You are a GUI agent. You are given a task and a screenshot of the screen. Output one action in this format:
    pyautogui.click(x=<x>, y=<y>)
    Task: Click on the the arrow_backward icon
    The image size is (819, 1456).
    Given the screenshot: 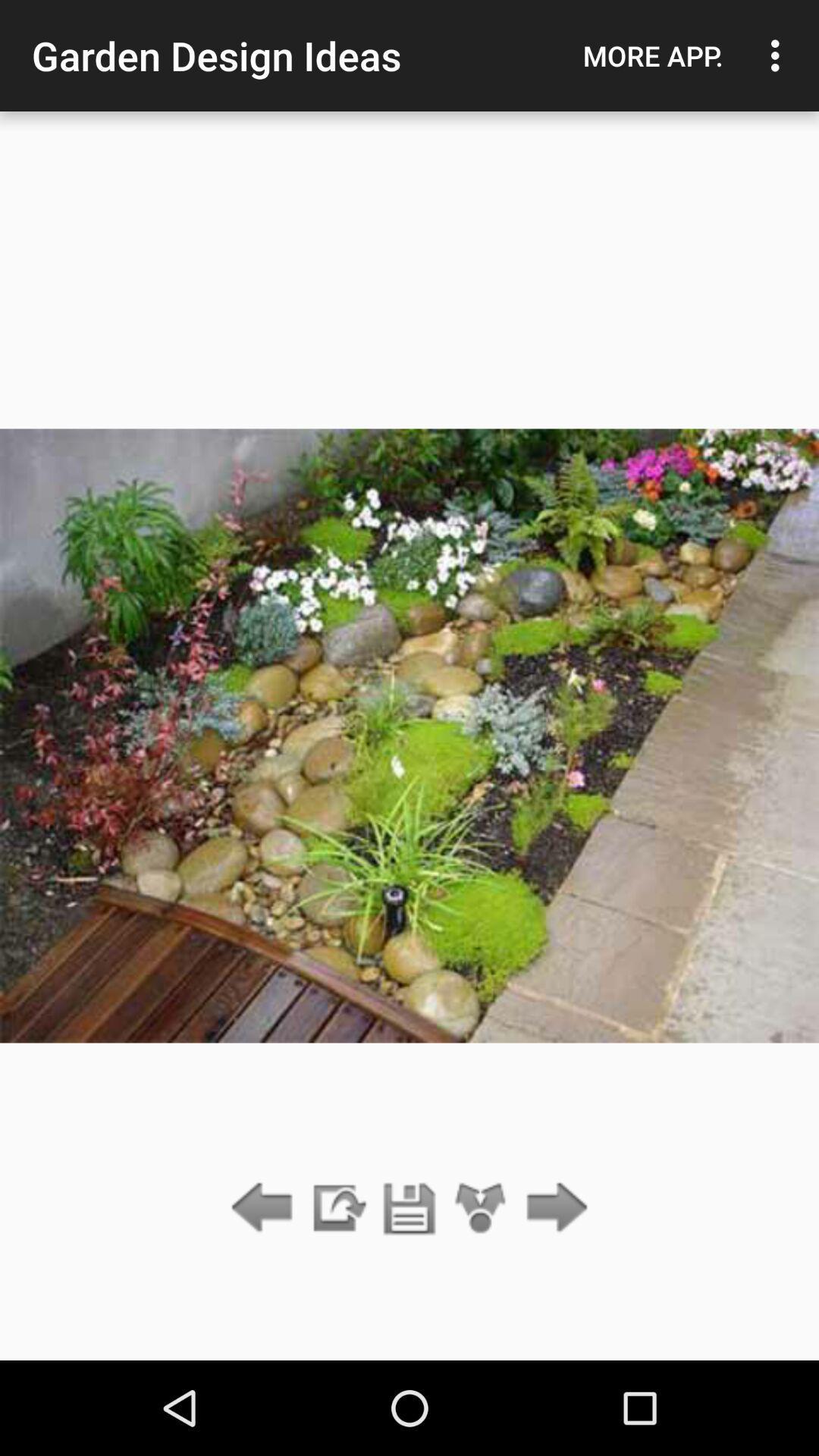 What is the action you would take?
    pyautogui.click(x=265, y=1208)
    